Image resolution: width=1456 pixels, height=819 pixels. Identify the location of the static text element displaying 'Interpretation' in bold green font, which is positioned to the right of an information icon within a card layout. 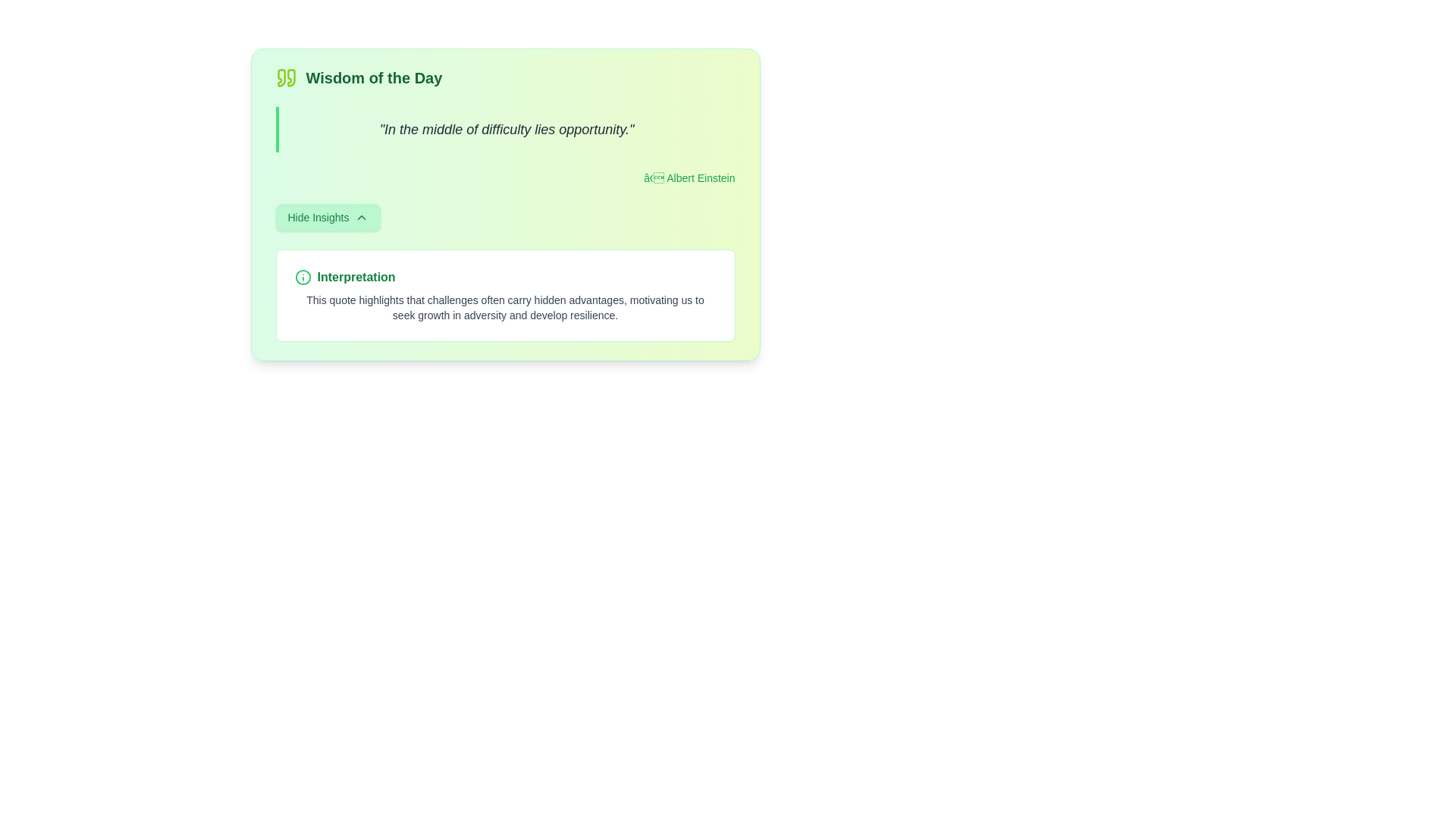
(356, 278).